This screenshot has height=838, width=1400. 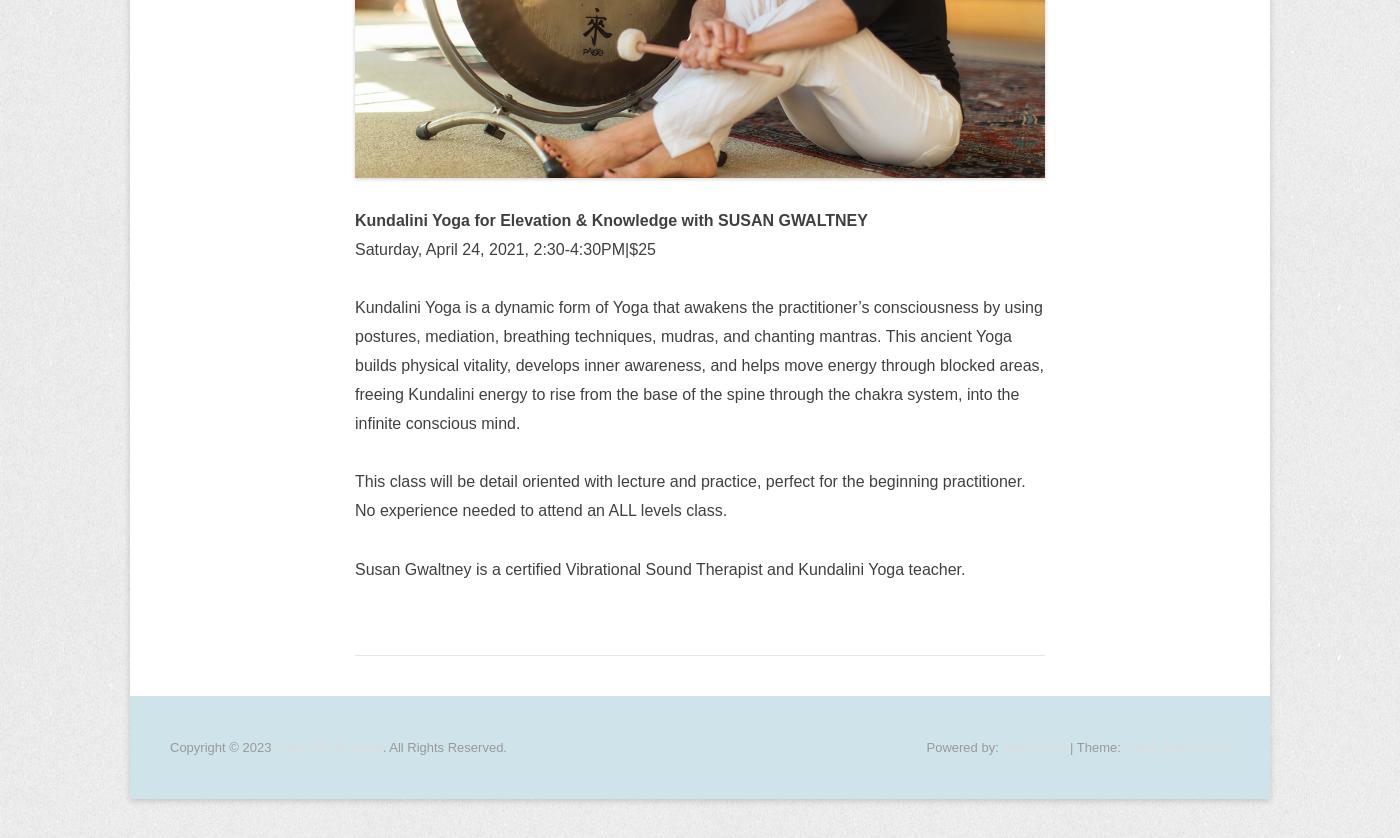 I want to click on 'Saturday, April 24, 2021, 2:30-4:30PM|$25', so click(x=504, y=247).